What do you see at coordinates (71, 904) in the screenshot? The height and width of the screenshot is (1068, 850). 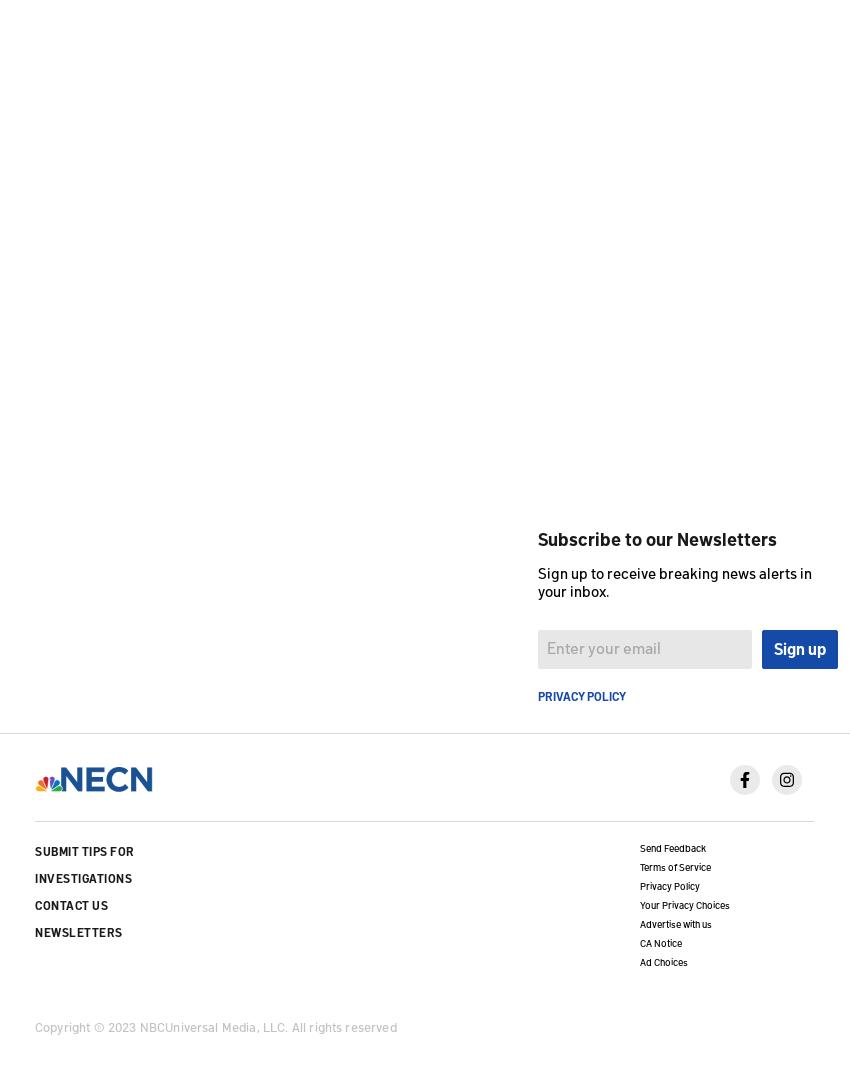 I see `'Contact Us'` at bounding box center [71, 904].